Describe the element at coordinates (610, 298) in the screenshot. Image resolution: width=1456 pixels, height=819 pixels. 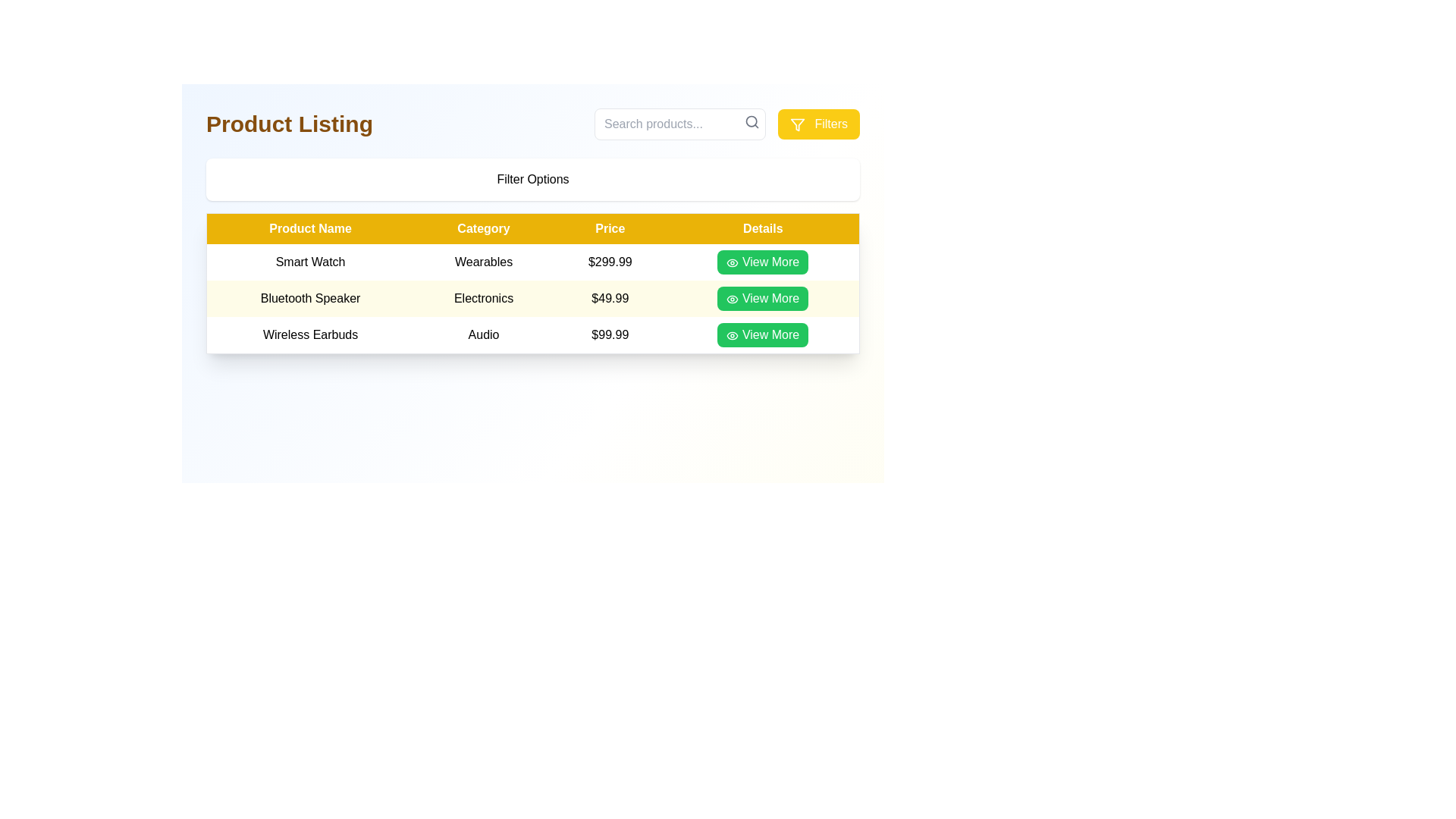
I see `the Table Cell displaying the price '$49.99' in black text on a light yellow background, located in the second row under the 'Price' column aligned with the 'Bluetooth Speaker' product name` at that location.